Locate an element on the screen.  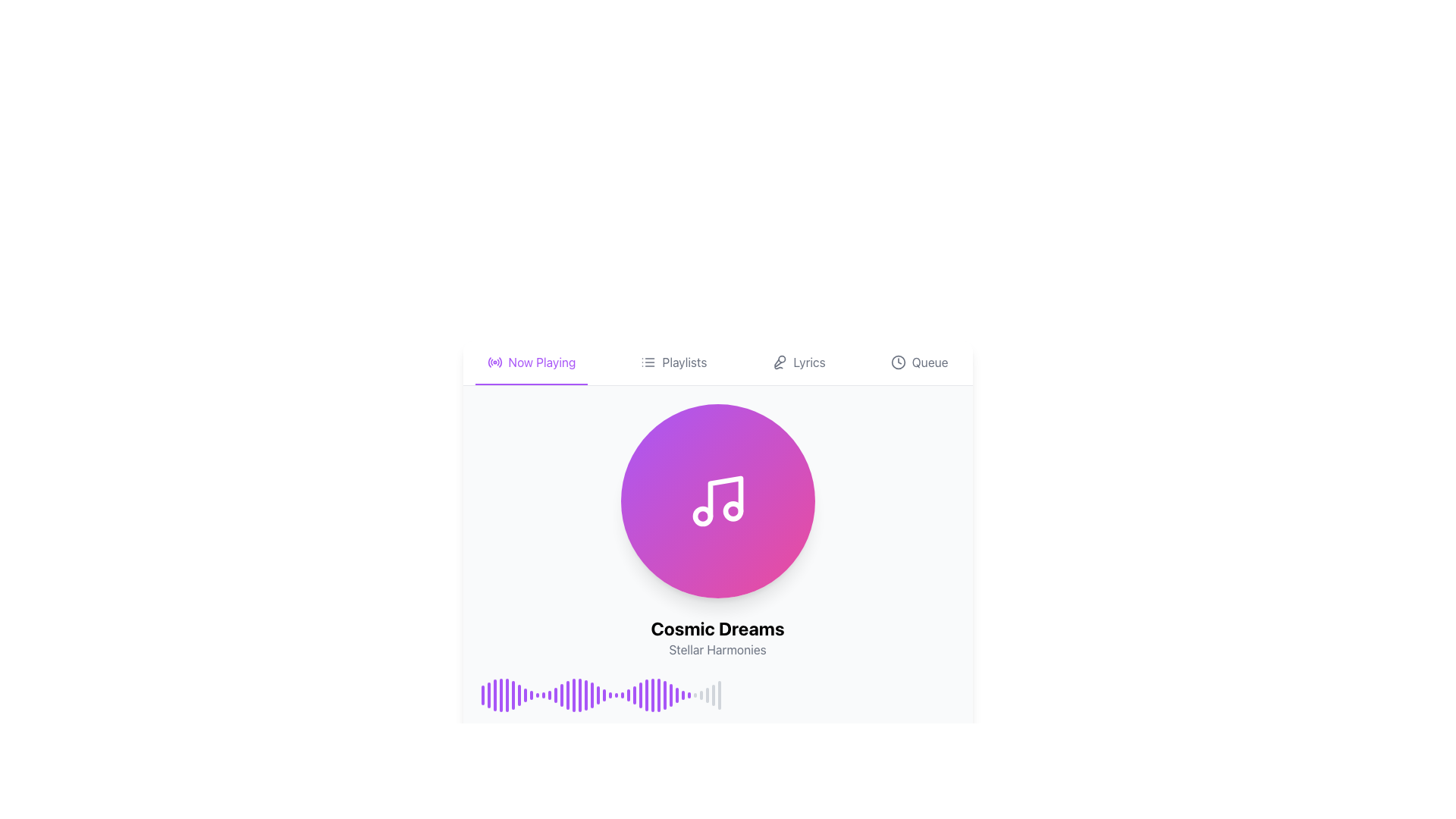
the appearance of the 22nd purple waveform bar located below the titles 'Cosmic Dreams' and 'Stellar Harmonies' is located at coordinates (610, 695).